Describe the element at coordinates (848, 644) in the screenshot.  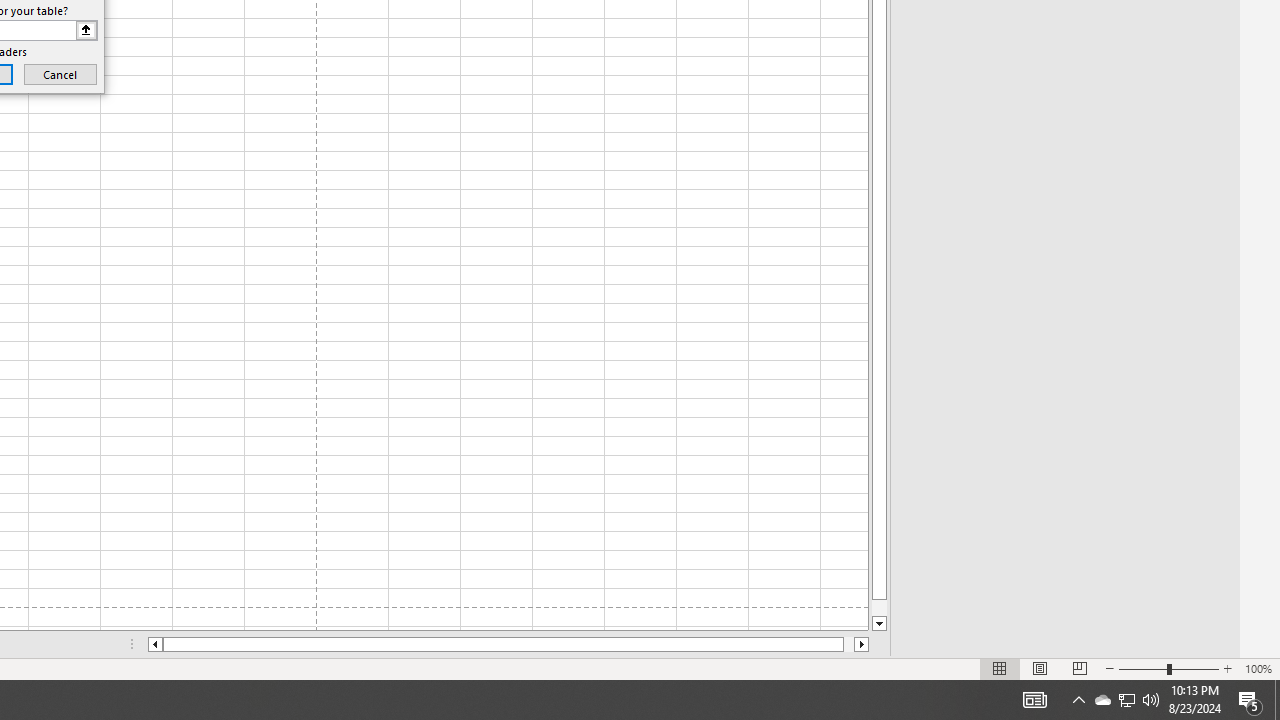
I see `'Page right'` at that location.